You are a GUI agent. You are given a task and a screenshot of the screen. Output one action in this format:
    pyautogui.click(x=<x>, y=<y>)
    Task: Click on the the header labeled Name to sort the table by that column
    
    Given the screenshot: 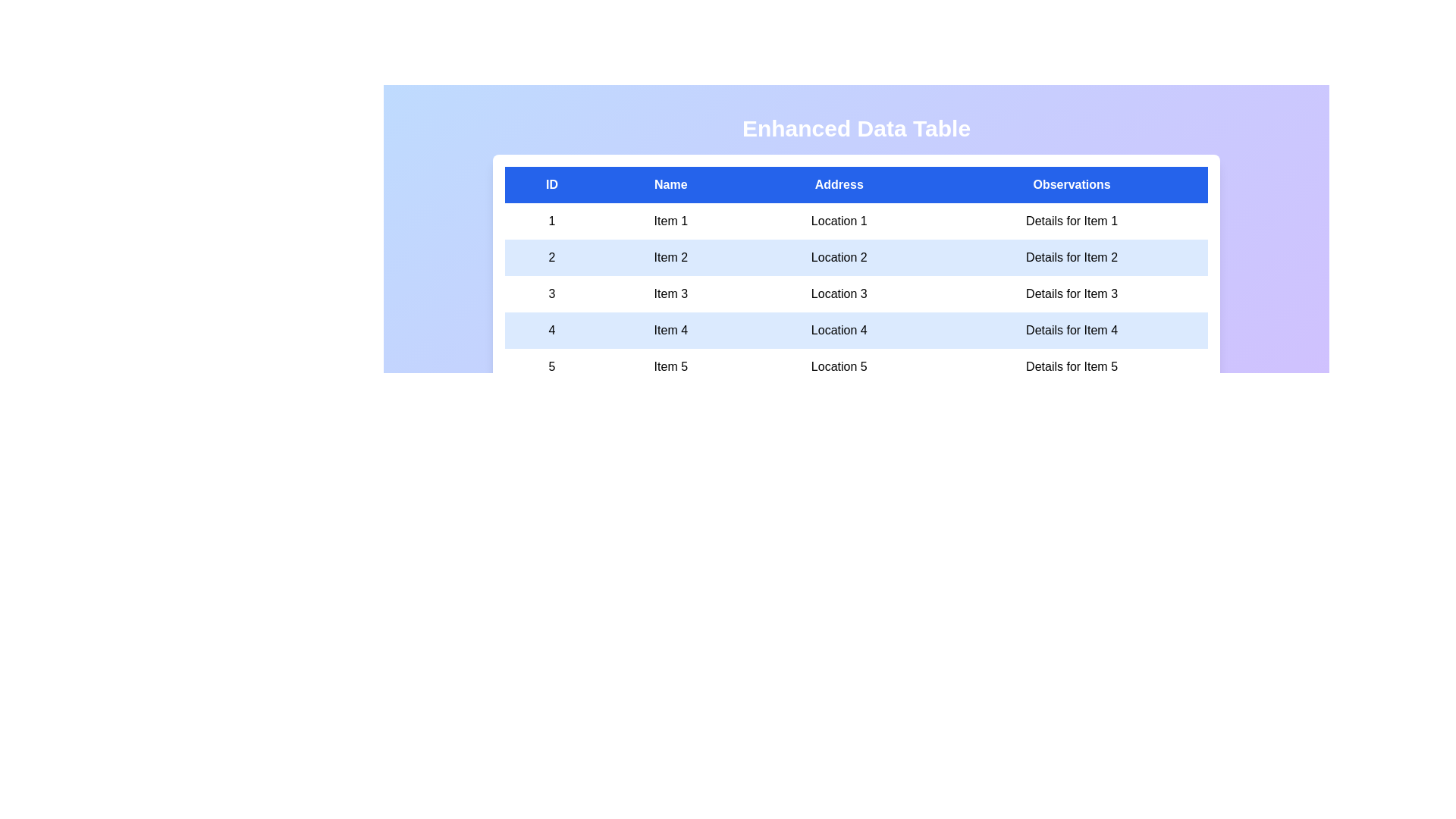 What is the action you would take?
    pyautogui.click(x=669, y=184)
    